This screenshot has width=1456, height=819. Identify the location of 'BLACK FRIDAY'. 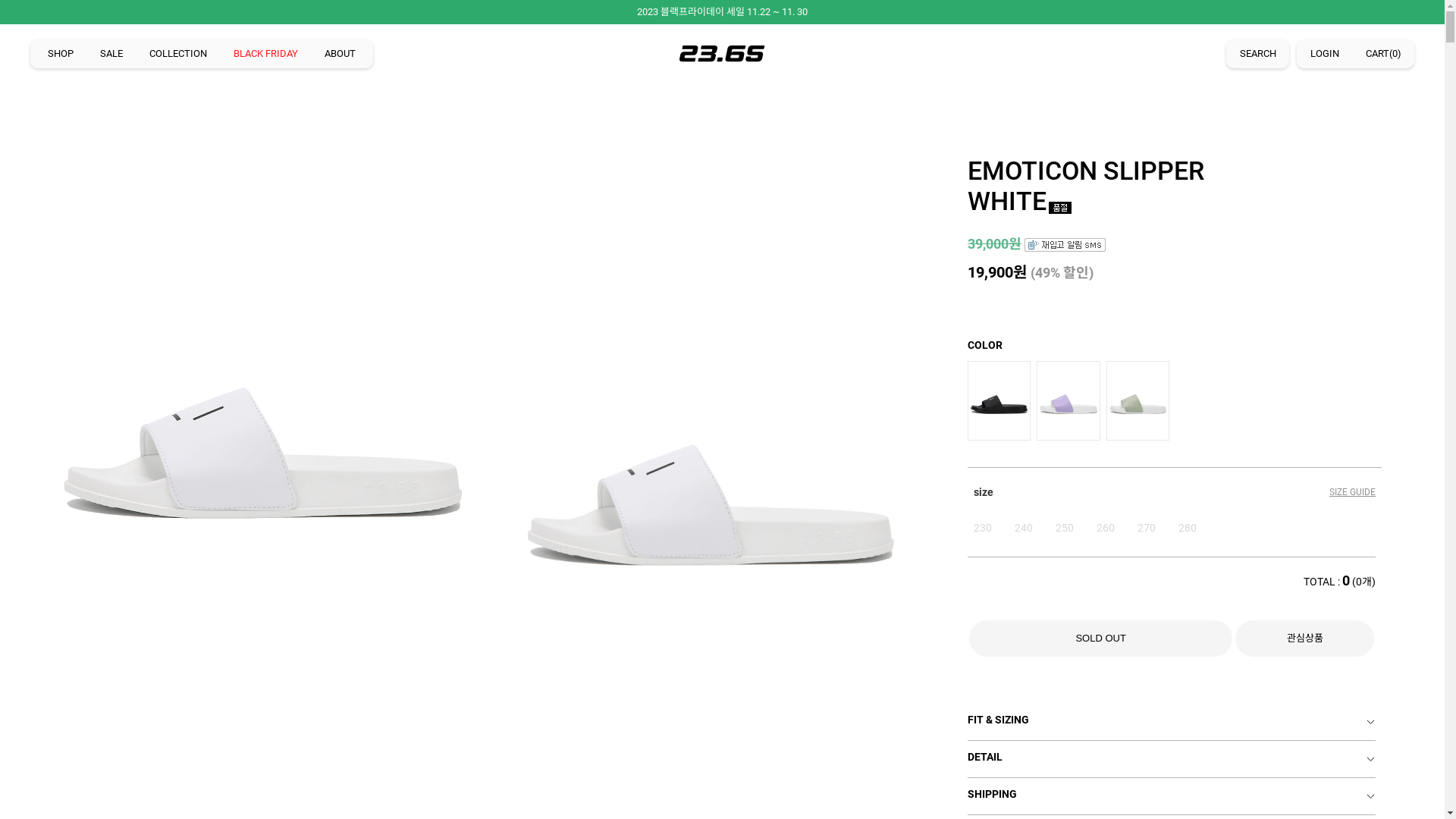
(265, 52).